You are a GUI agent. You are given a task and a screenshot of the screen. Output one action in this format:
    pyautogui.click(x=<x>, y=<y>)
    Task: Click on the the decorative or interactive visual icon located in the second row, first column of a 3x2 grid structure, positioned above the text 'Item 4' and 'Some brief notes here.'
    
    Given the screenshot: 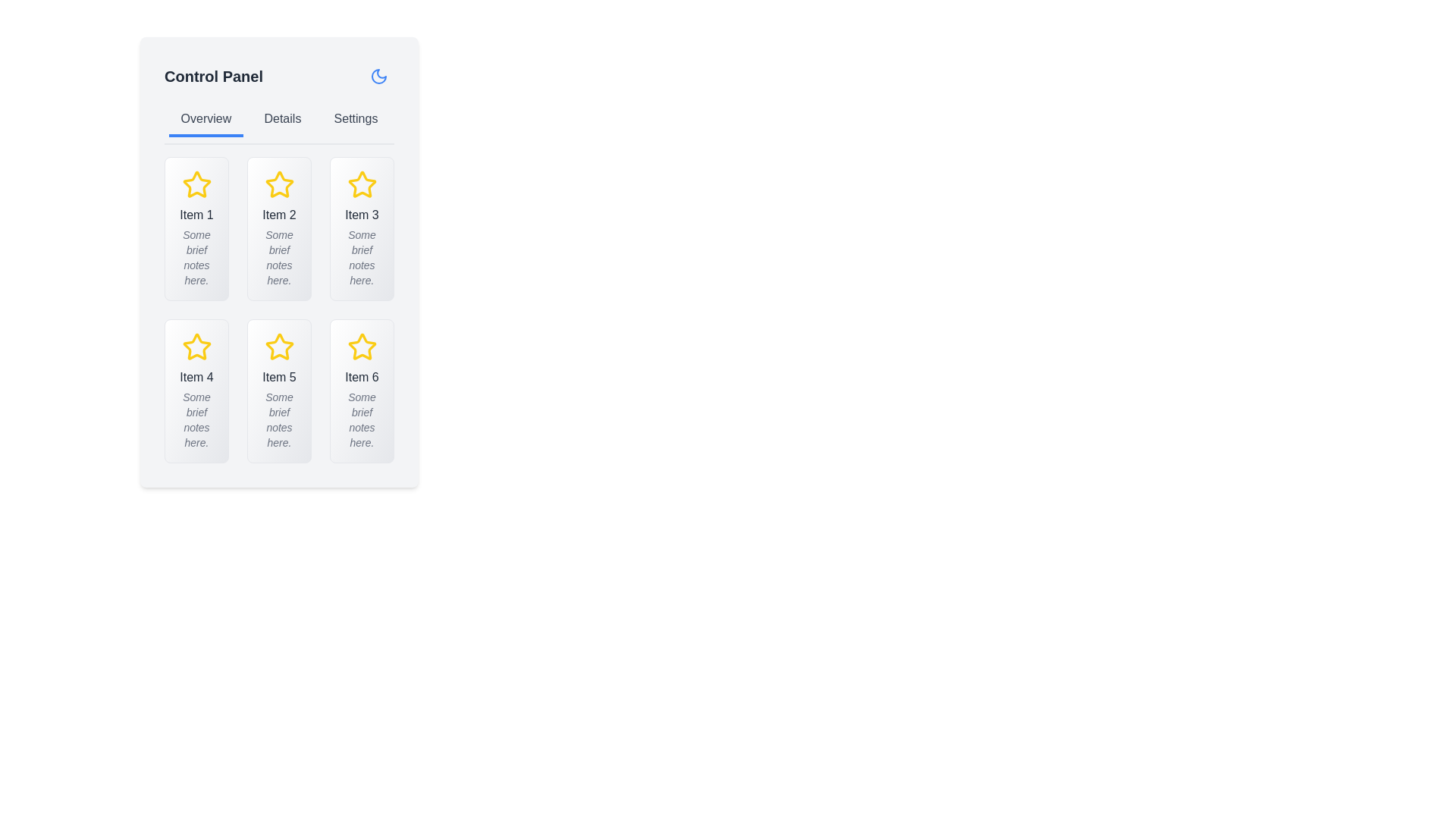 What is the action you would take?
    pyautogui.click(x=196, y=347)
    